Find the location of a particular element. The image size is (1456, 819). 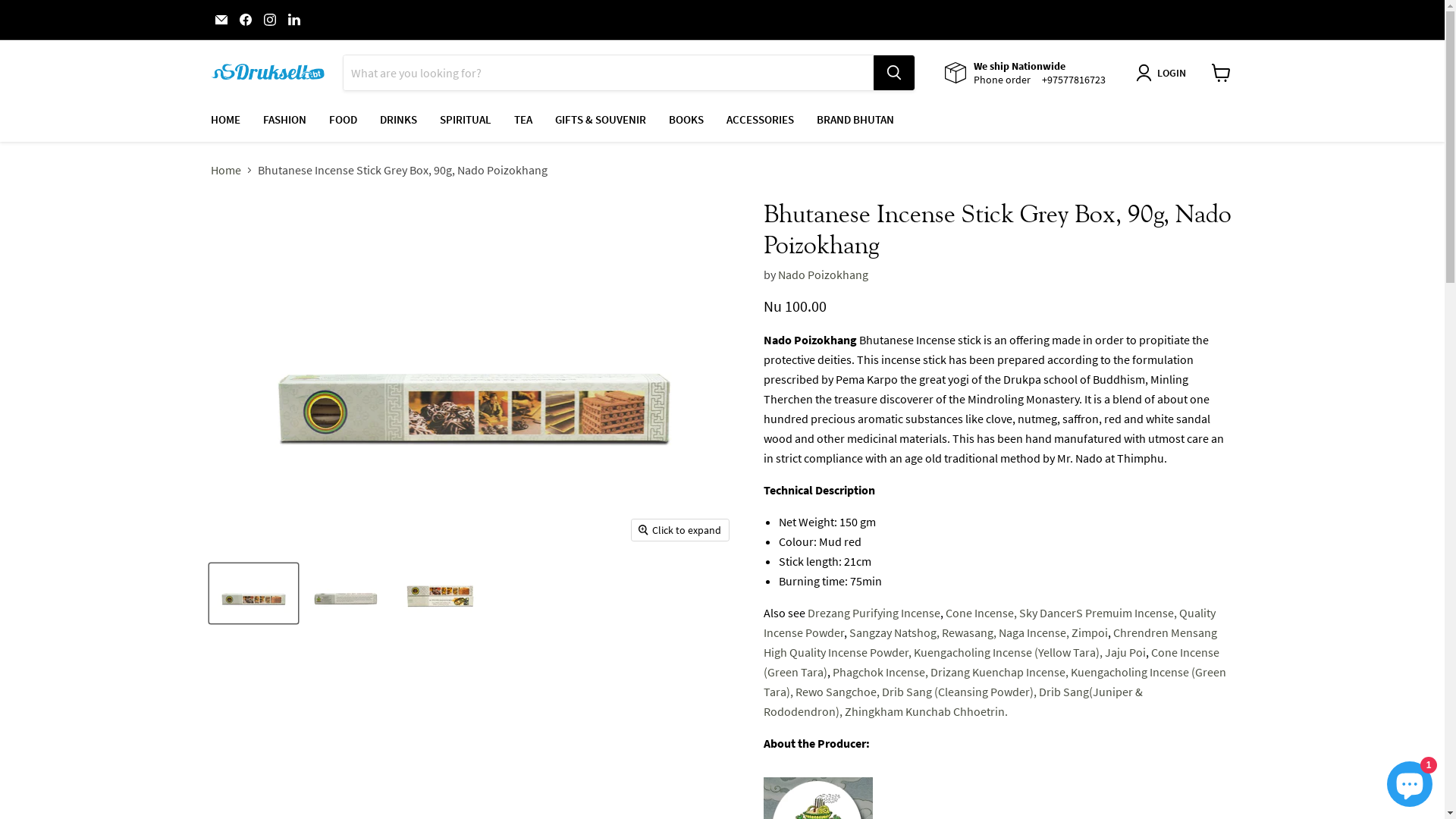

'Drezang Purifying Incense' is located at coordinates (873, 611).